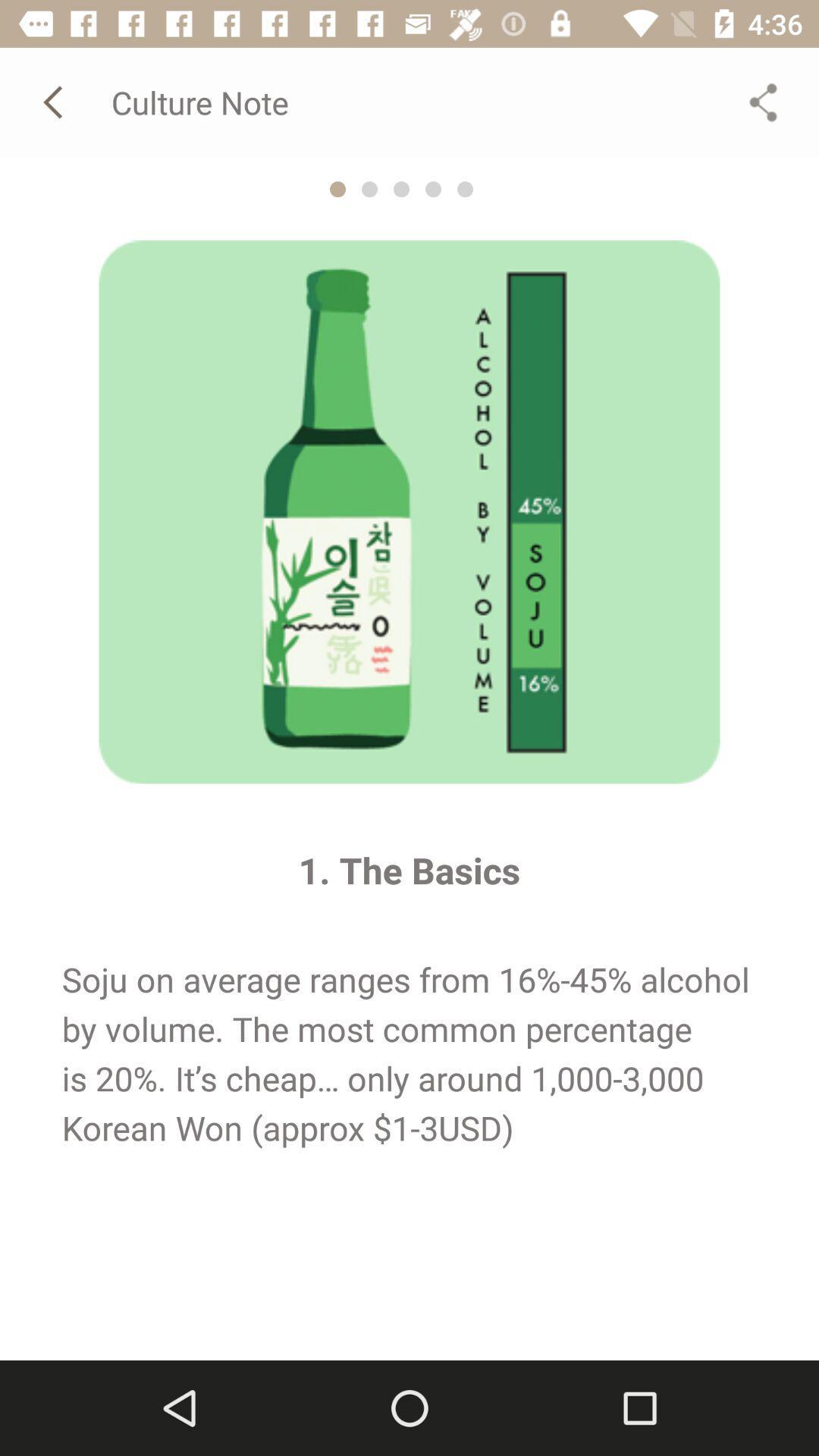  What do you see at coordinates (763, 101) in the screenshot?
I see `the share icon` at bounding box center [763, 101].